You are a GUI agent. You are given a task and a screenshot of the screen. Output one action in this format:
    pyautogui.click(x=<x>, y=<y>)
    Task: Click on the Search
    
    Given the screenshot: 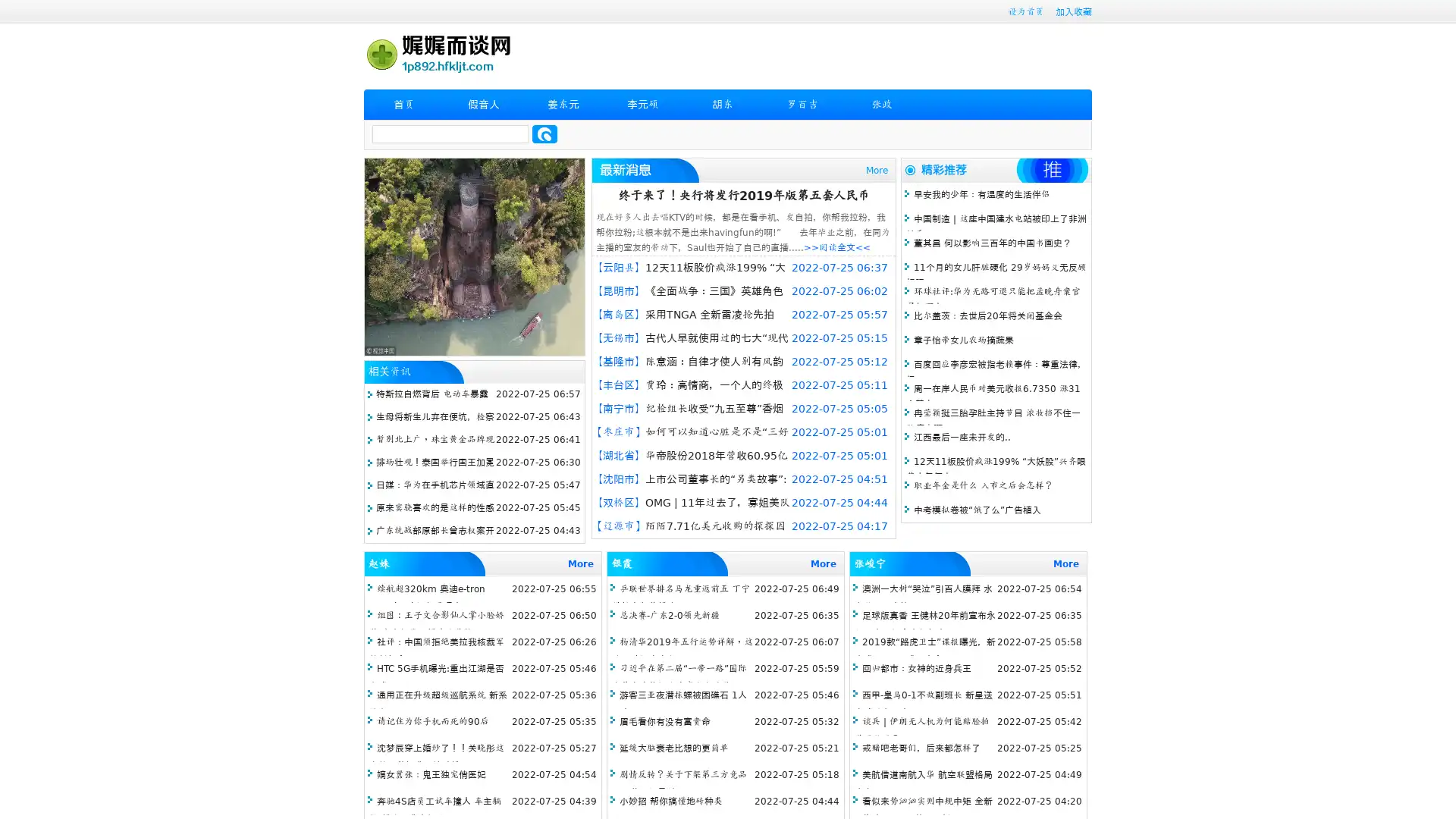 What is the action you would take?
    pyautogui.click(x=544, y=133)
    